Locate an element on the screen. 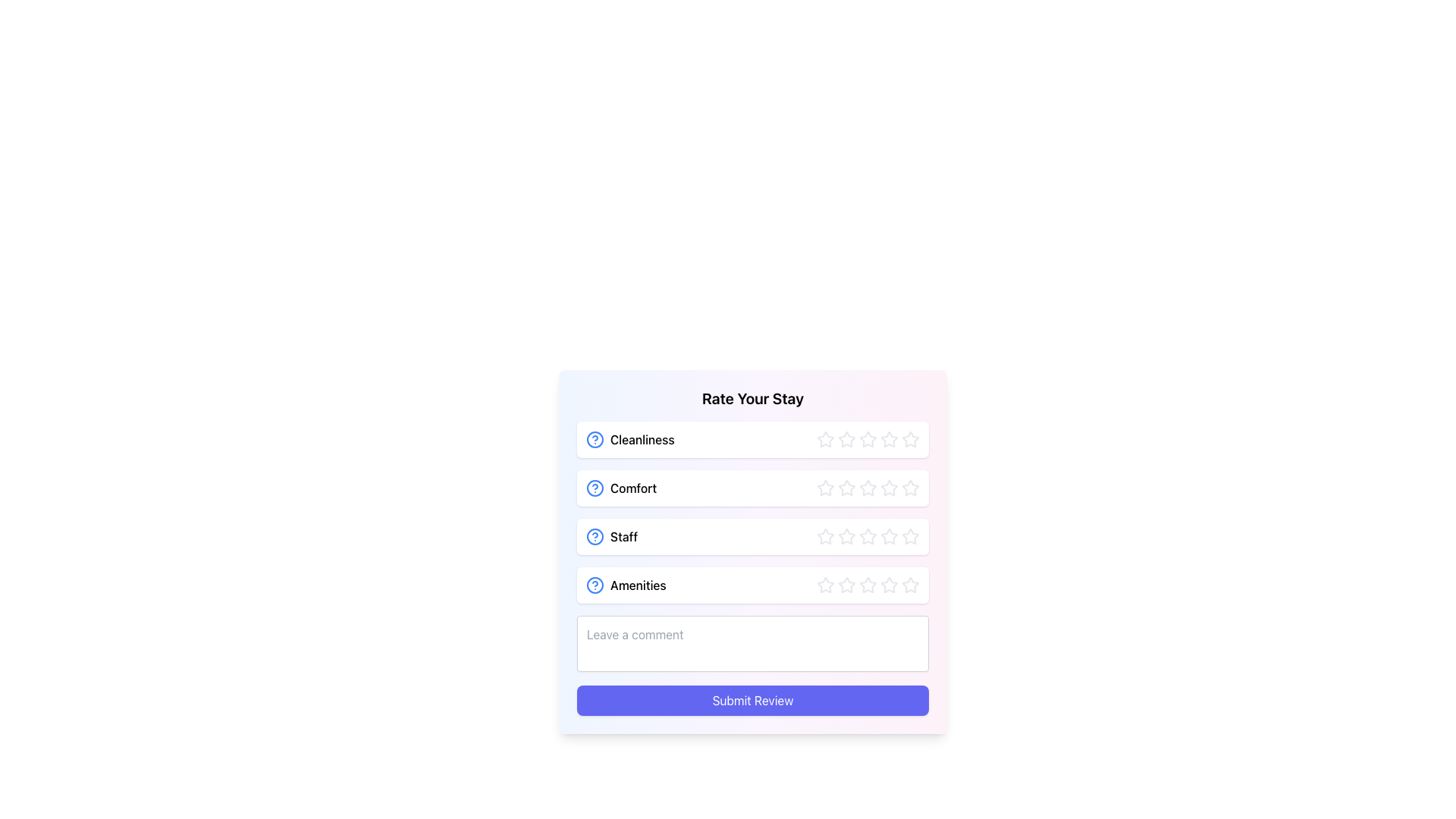  the fifth star in the third row of stars corresponding to the 'Staff' rating section, which is outlined in light gray is located at coordinates (910, 536).